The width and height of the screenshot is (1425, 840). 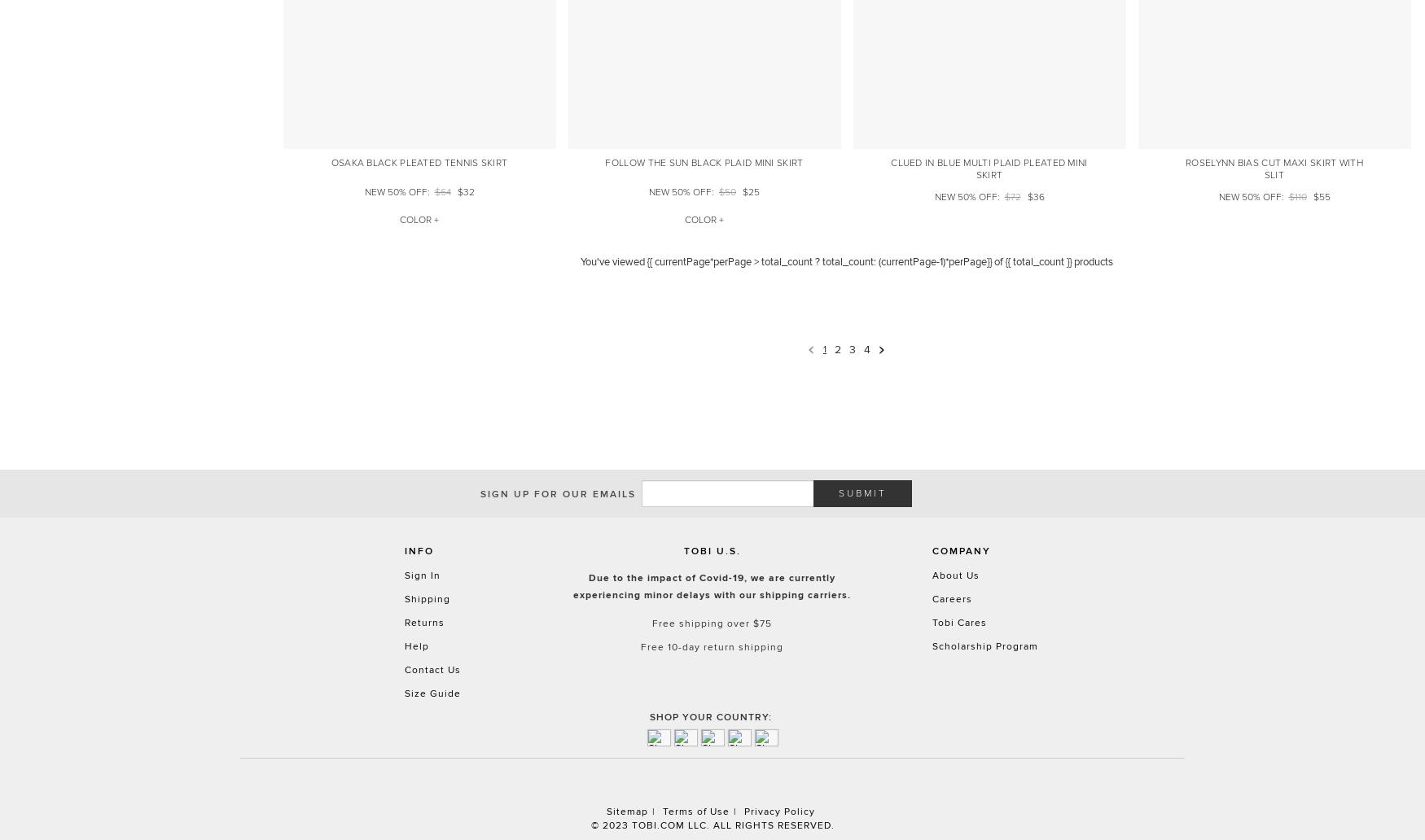 I want to click on 'Returns', so click(x=423, y=620).